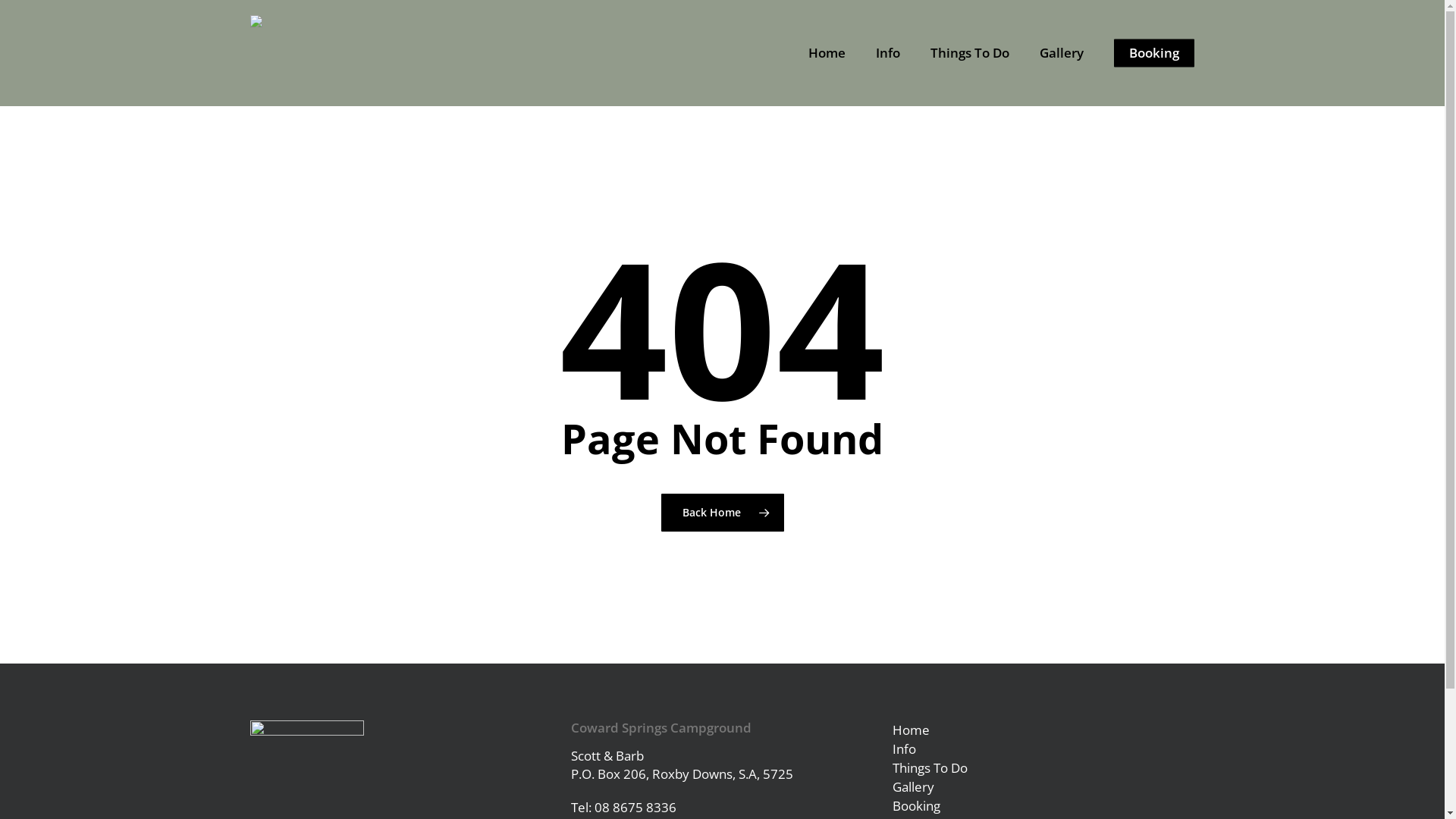  Describe the element at coordinates (1043, 748) in the screenshot. I see `'Info'` at that location.